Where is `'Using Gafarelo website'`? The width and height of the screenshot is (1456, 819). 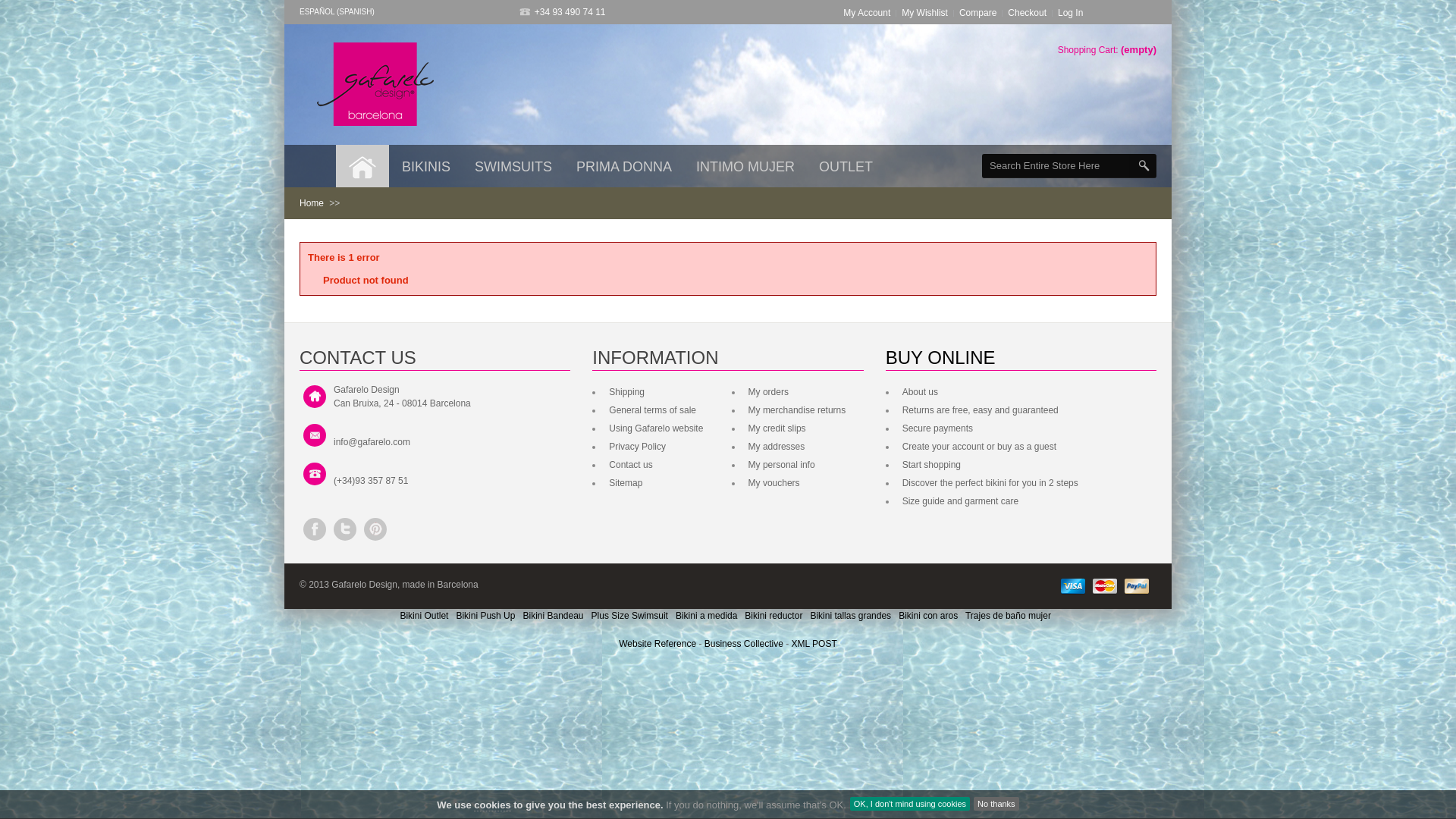
'Using Gafarelo website' is located at coordinates (654, 428).